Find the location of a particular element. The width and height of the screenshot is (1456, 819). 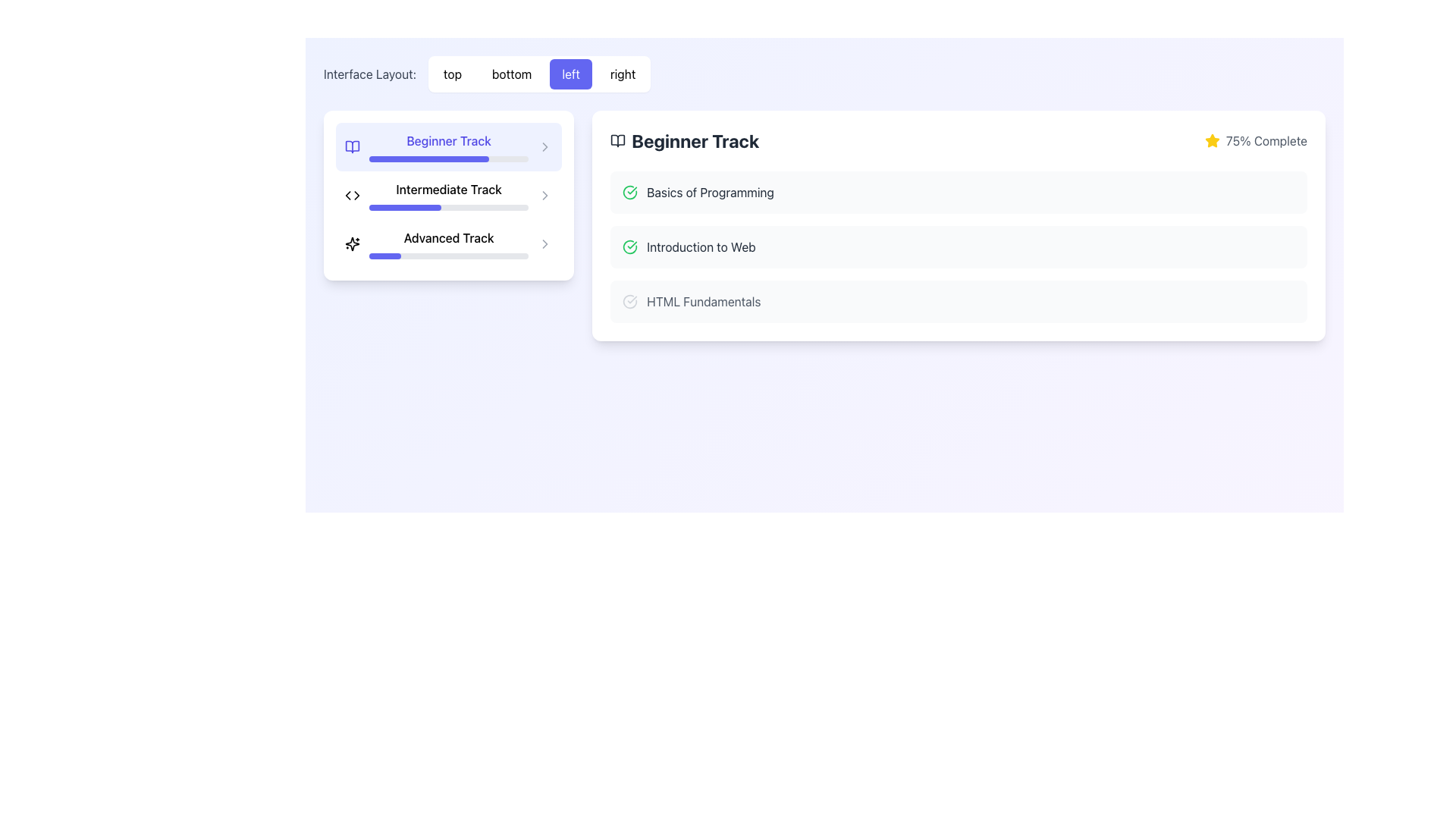

the horizontal progress bar indicating 75% completion located in the 'Beginner Track' section is located at coordinates (428, 158).